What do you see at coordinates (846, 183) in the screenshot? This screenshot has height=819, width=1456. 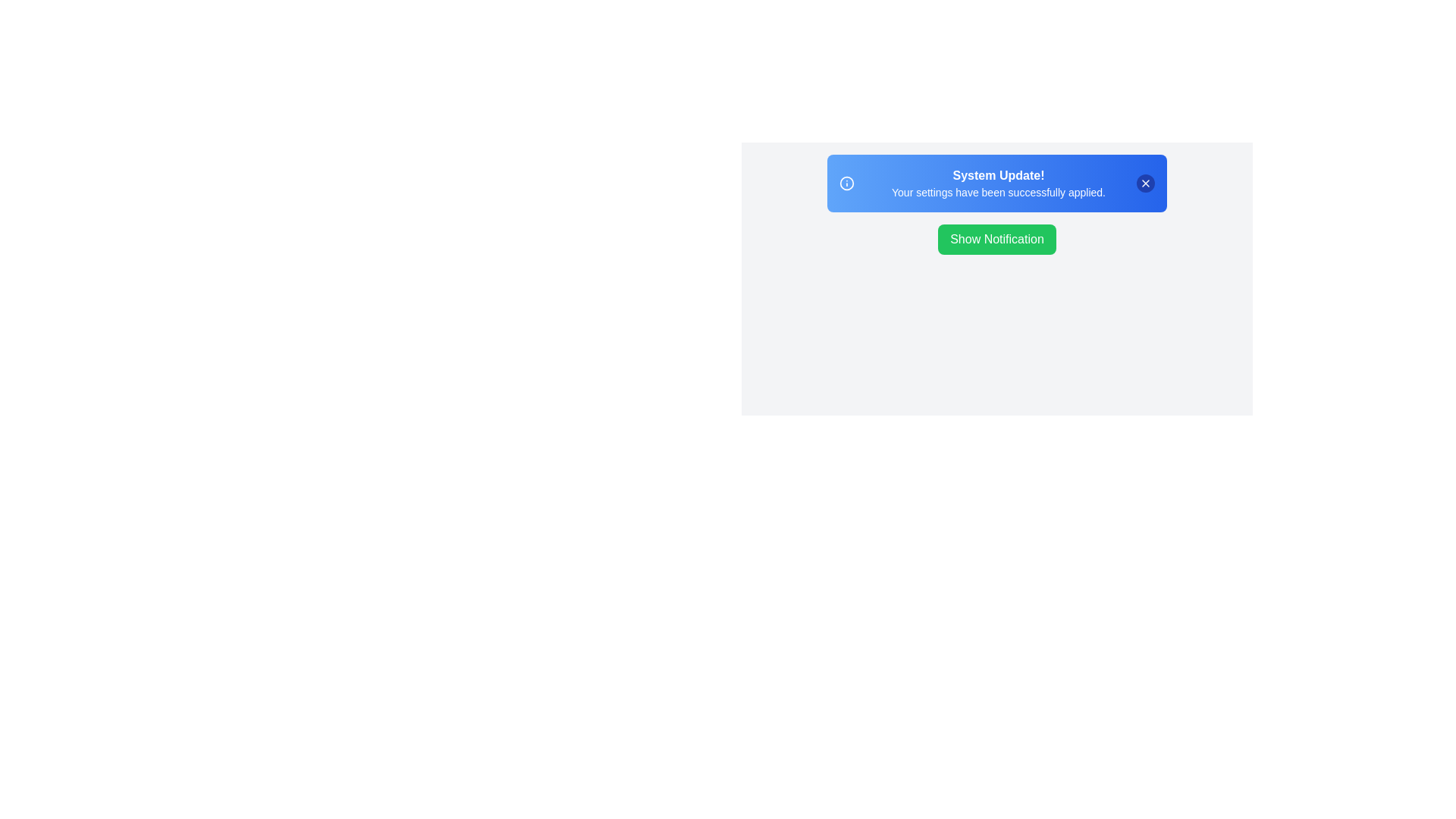 I see `the information icon in the snackbar` at bounding box center [846, 183].